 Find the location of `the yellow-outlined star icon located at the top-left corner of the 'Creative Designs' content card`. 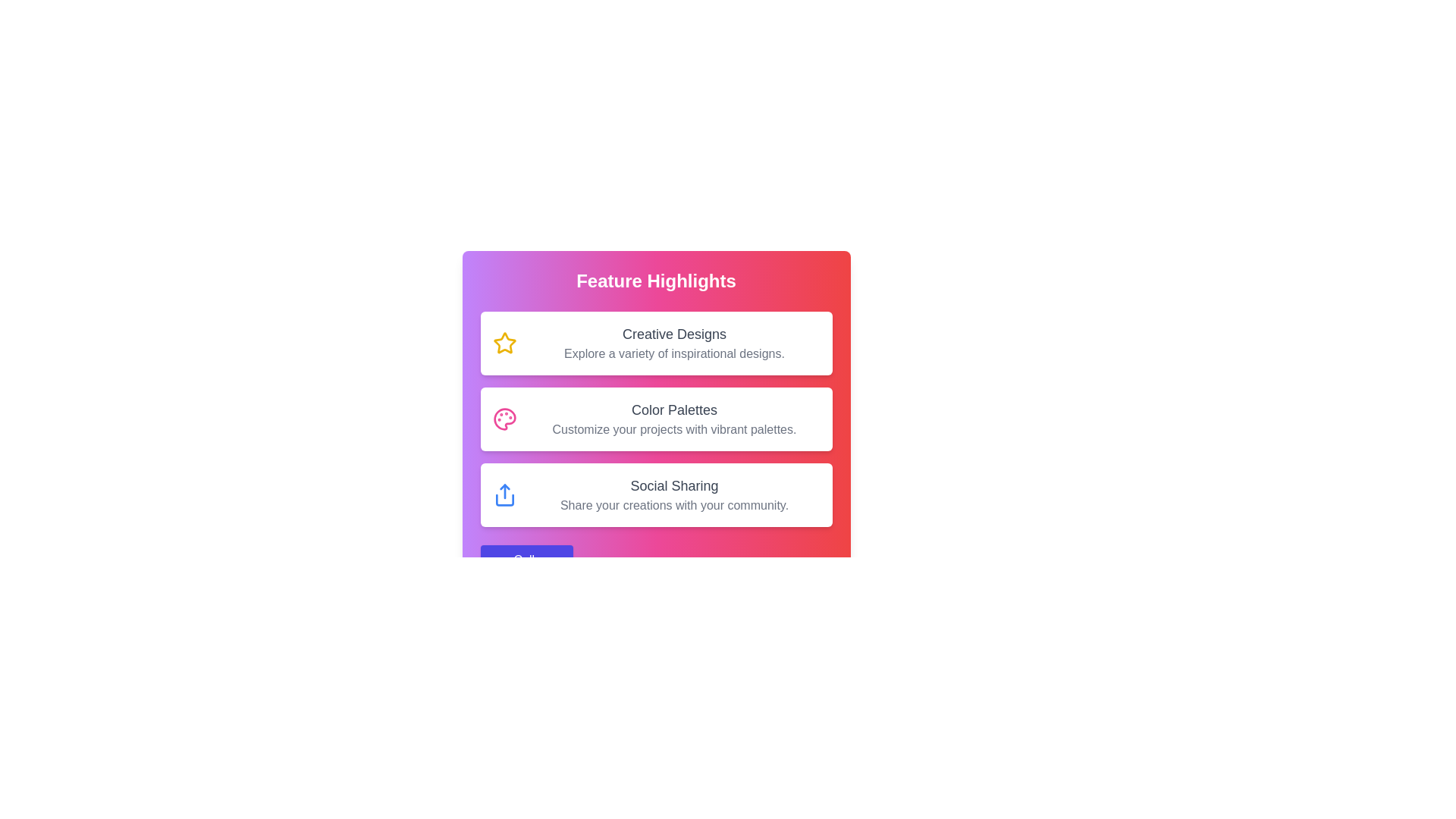

the yellow-outlined star icon located at the top-left corner of the 'Creative Designs' content card is located at coordinates (504, 343).